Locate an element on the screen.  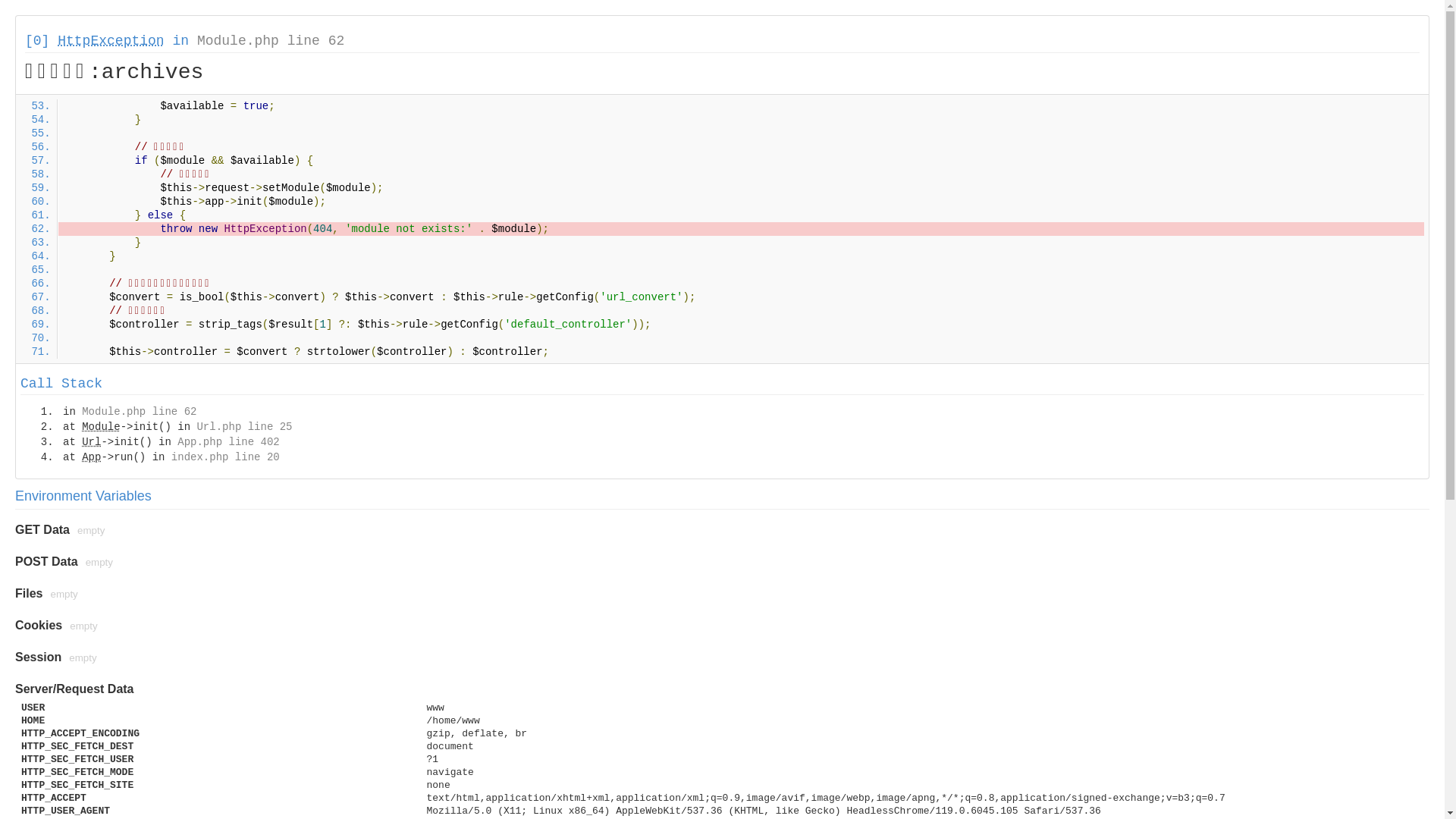
'index.php line 20' is located at coordinates (224, 456).